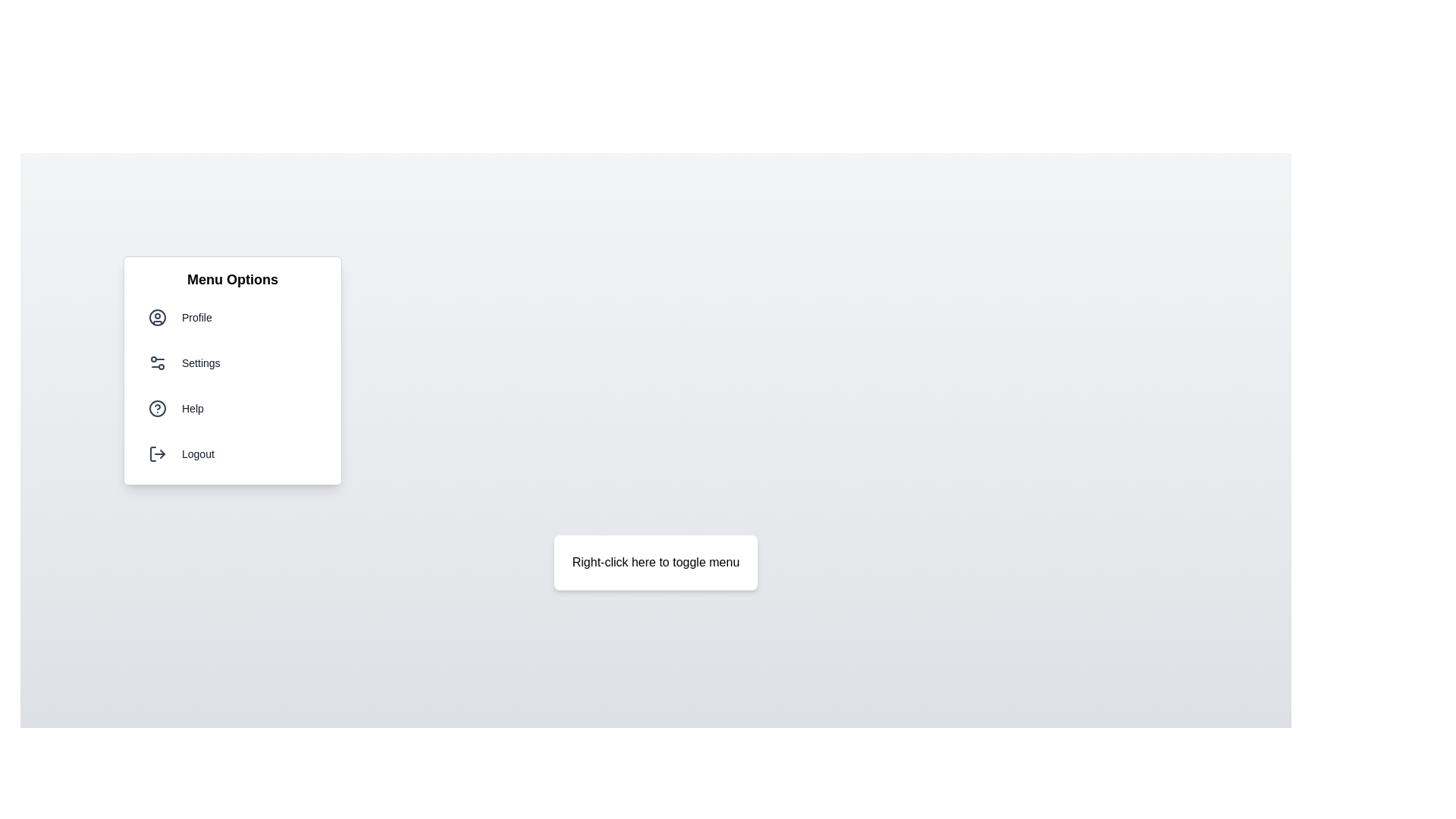 Image resolution: width=1456 pixels, height=819 pixels. Describe the element at coordinates (232, 362) in the screenshot. I see `the menu option Settings from the menu` at that location.